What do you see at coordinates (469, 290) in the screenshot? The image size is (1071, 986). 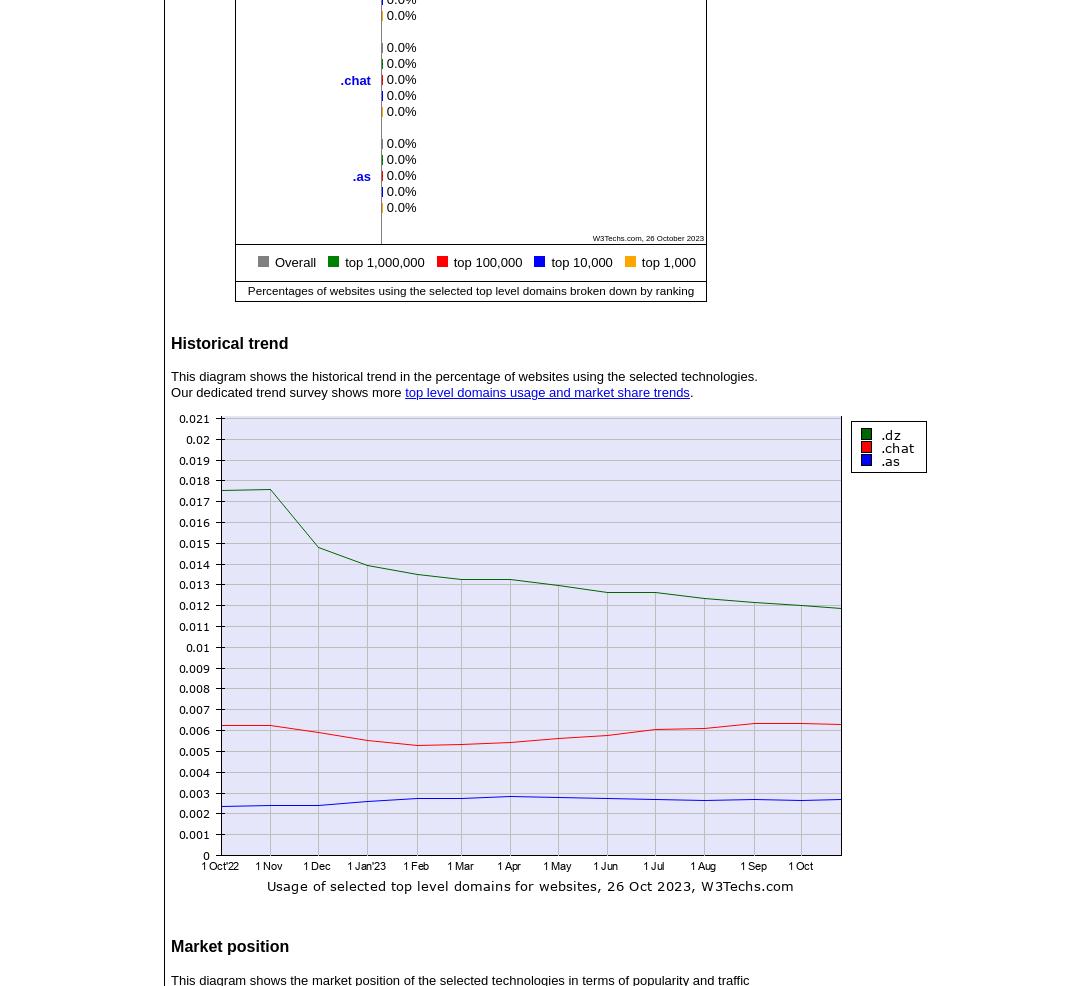 I see `'Percentages of websites using the selected top level domains broken down by ranking'` at bounding box center [469, 290].